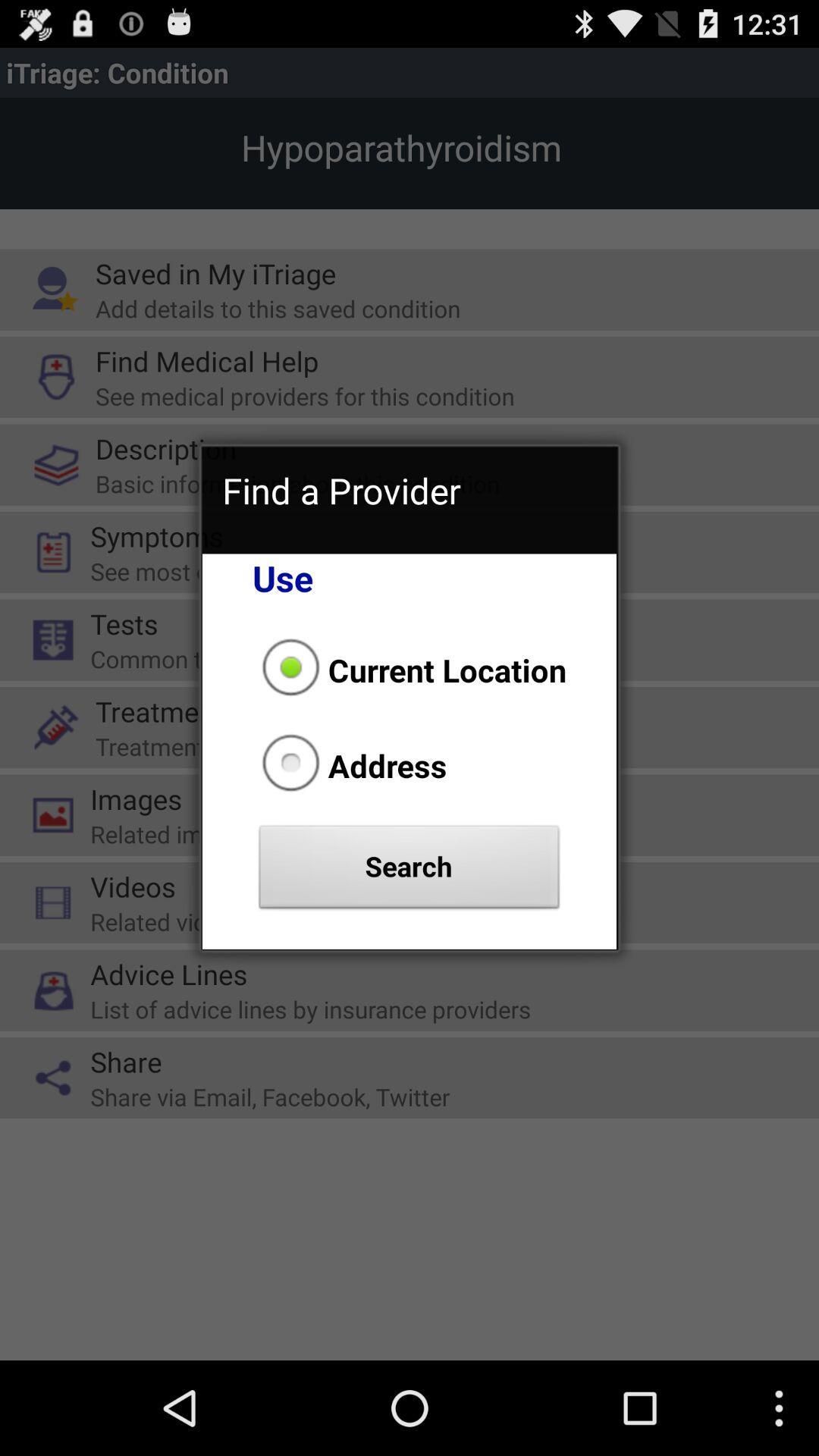 The width and height of the screenshot is (819, 1456). Describe the element at coordinates (409, 871) in the screenshot. I see `search button` at that location.